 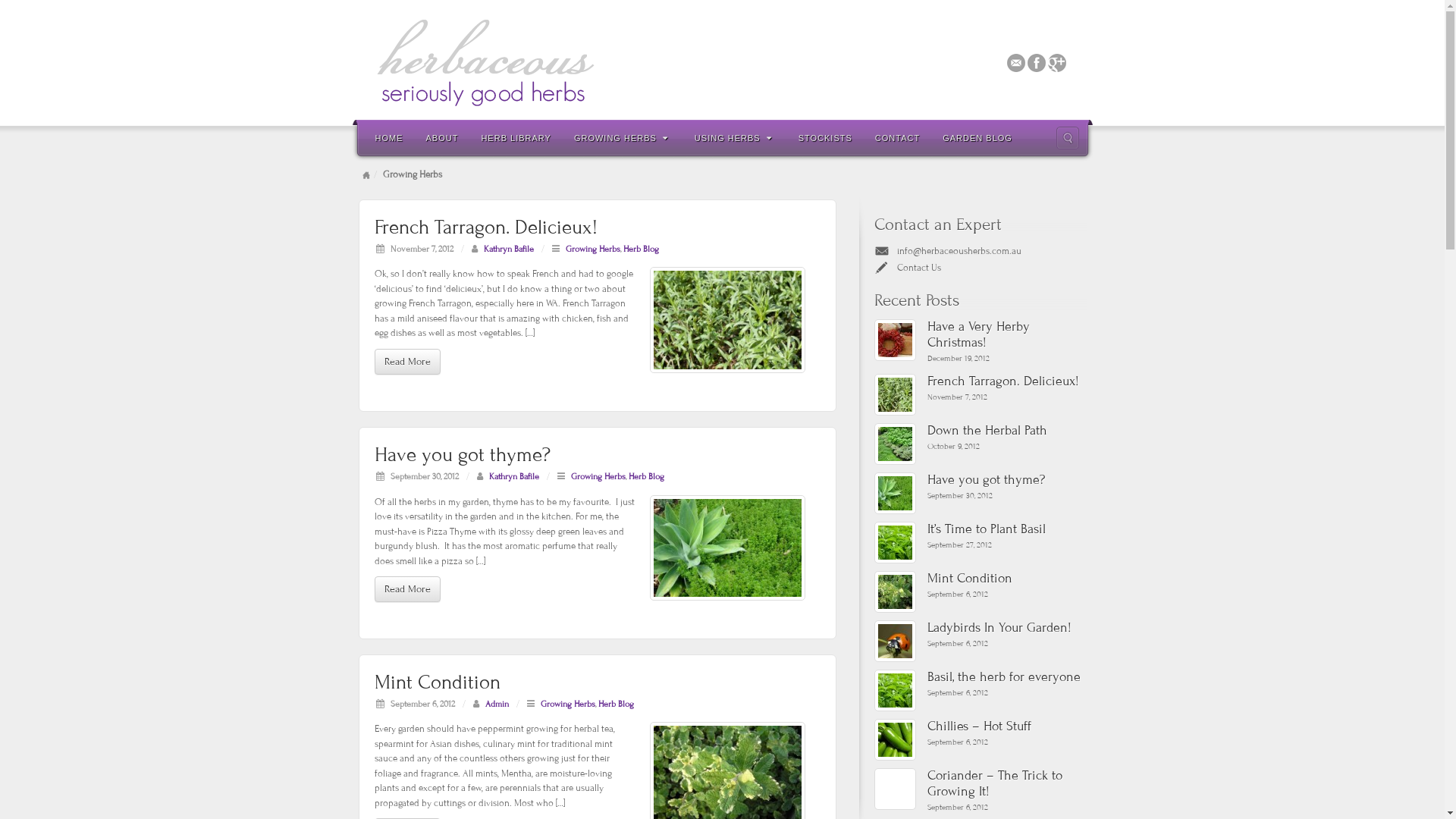 What do you see at coordinates (441, 137) in the screenshot?
I see `'ABOUT'` at bounding box center [441, 137].